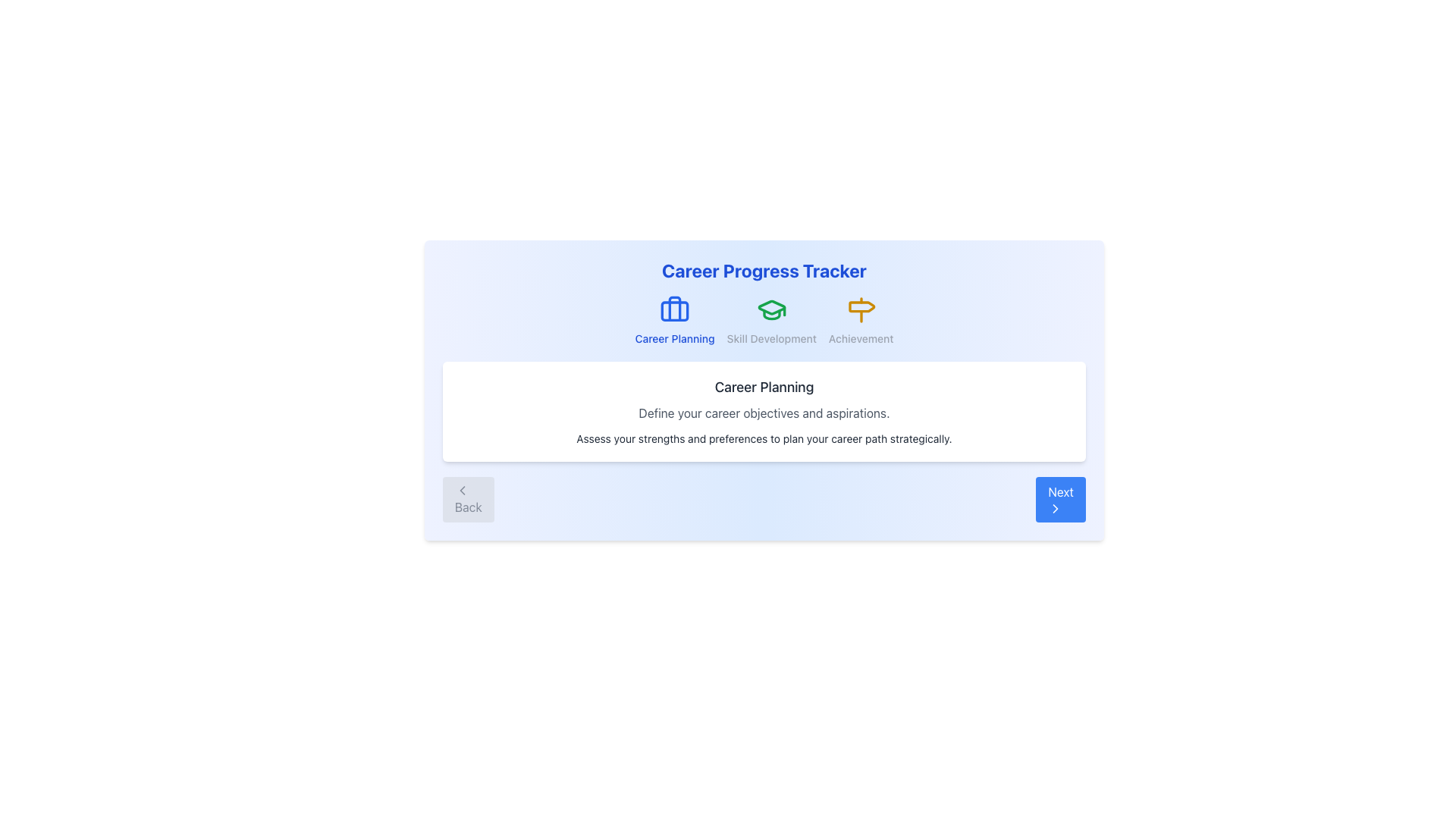 This screenshot has width=1456, height=819. What do you see at coordinates (673, 309) in the screenshot?
I see `the blue briefcase icon representing the 'Career Planning' section, located above its corresponding label` at bounding box center [673, 309].